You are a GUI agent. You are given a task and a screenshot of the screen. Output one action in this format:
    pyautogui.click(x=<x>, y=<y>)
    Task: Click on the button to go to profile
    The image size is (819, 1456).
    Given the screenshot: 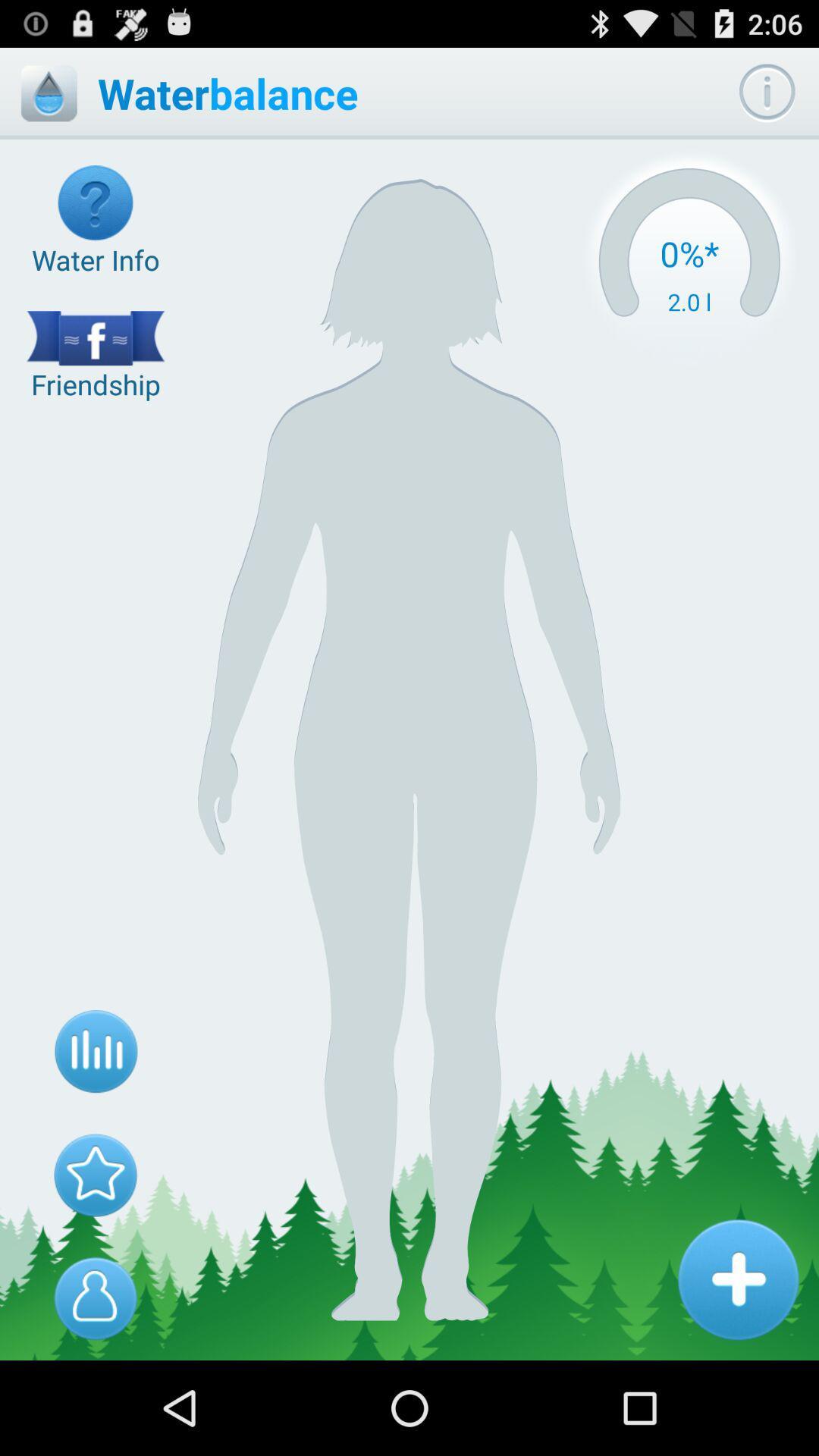 What is the action you would take?
    pyautogui.click(x=96, y=1298)
    